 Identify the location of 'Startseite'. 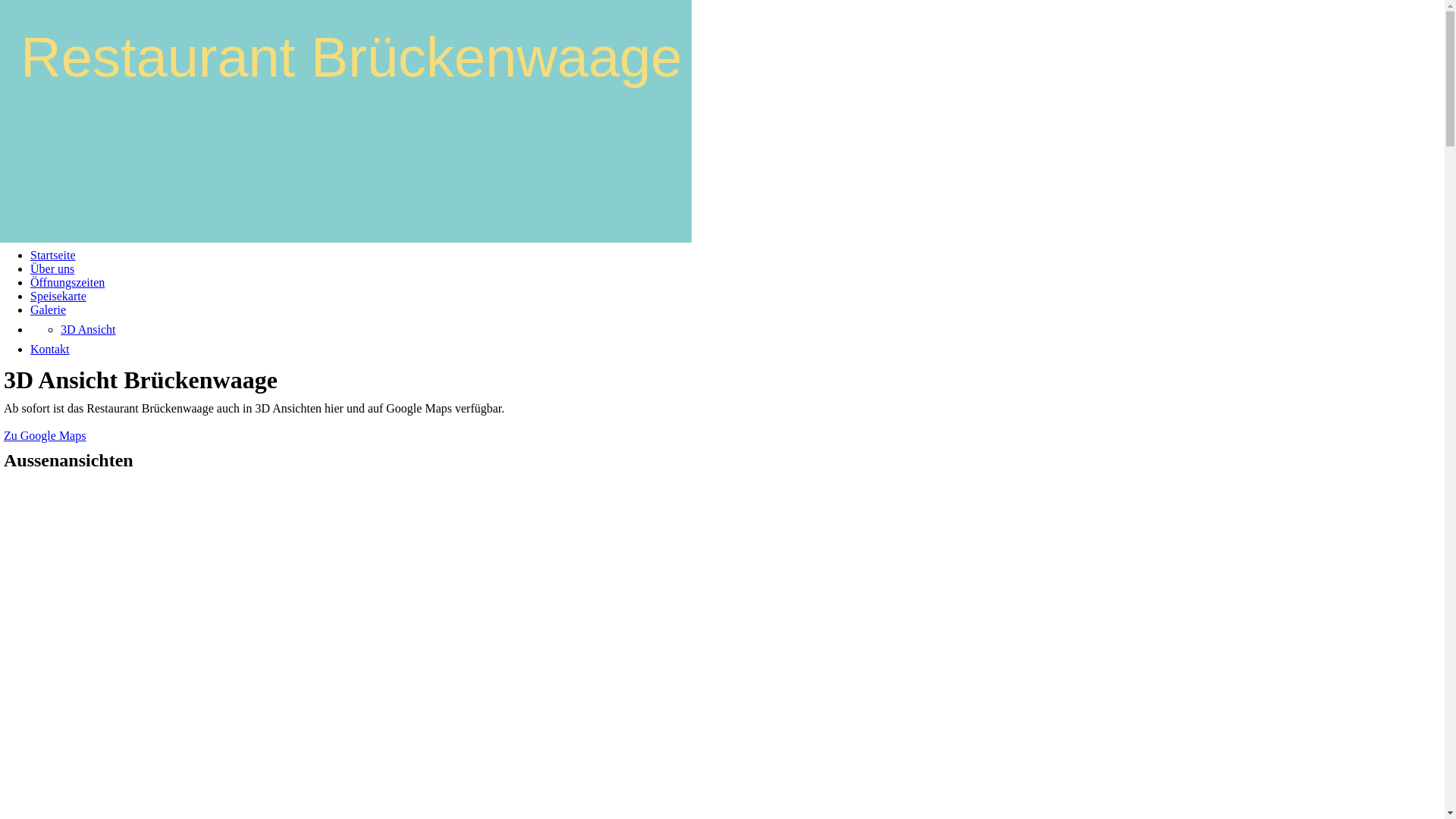
(53, 254).